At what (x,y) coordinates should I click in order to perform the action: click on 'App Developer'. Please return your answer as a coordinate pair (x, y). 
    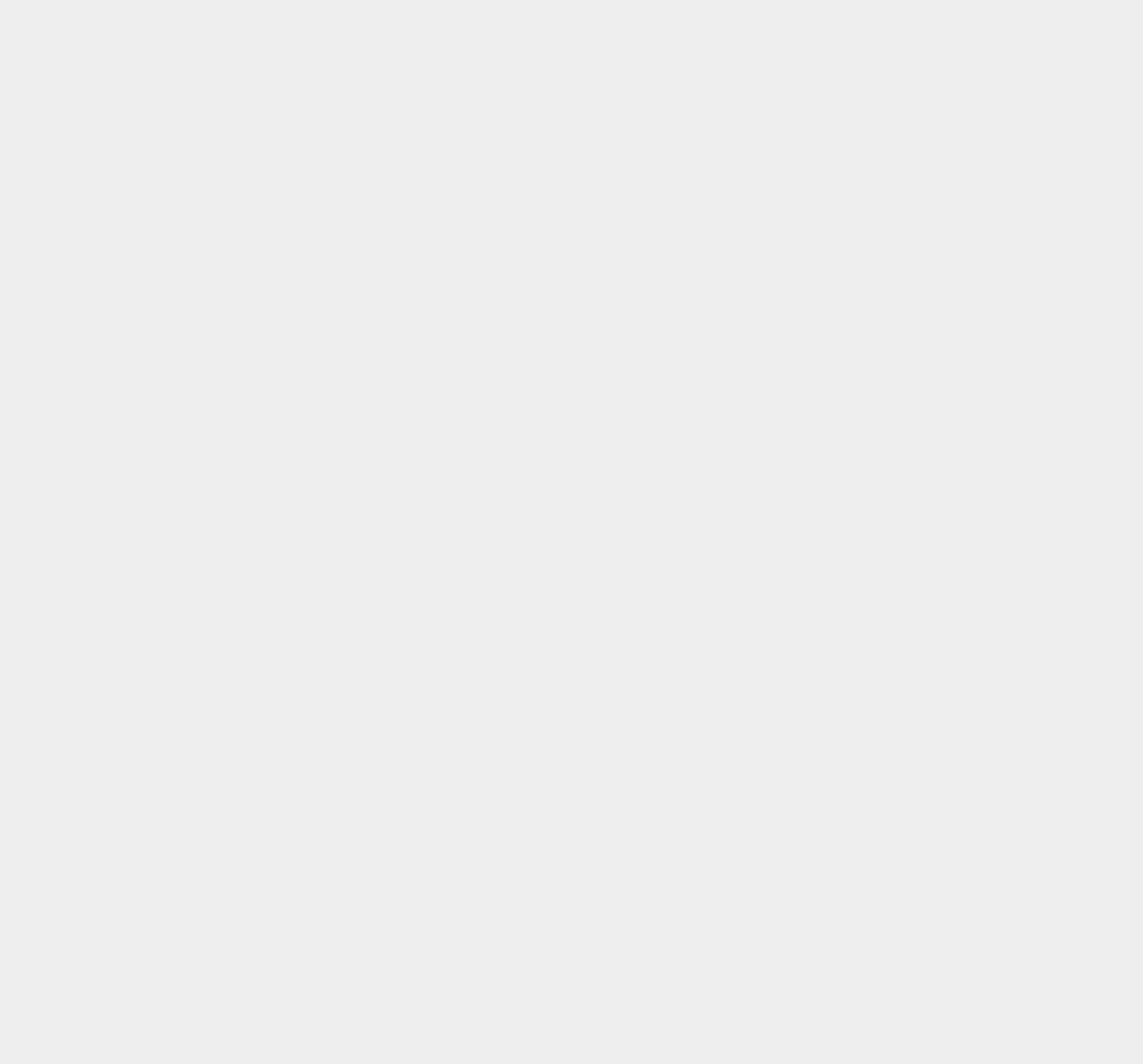
    Looking at the image, I should click on (851, 490).